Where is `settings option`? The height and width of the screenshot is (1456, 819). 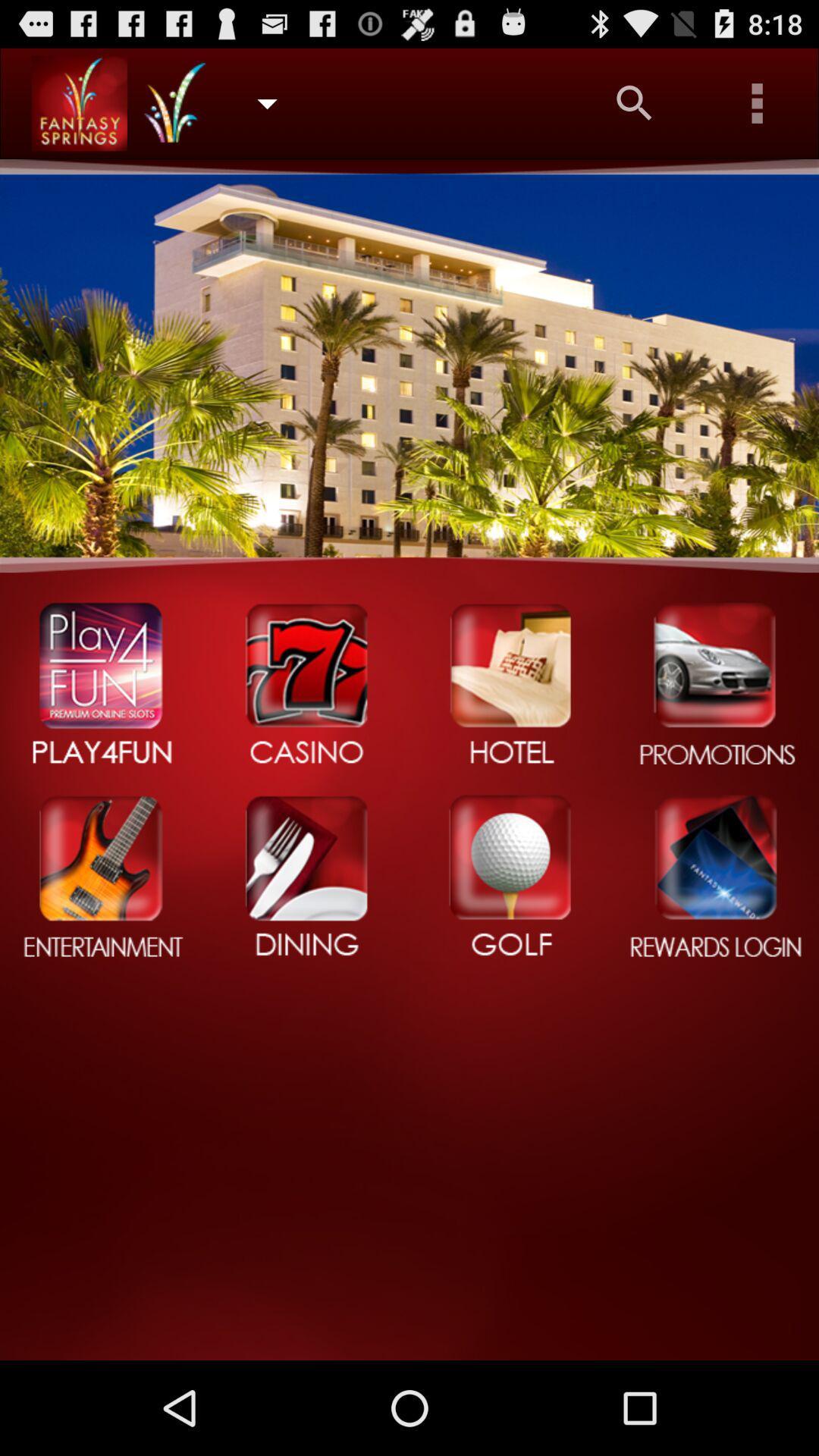 settings option is located at coordinates (758, 102).